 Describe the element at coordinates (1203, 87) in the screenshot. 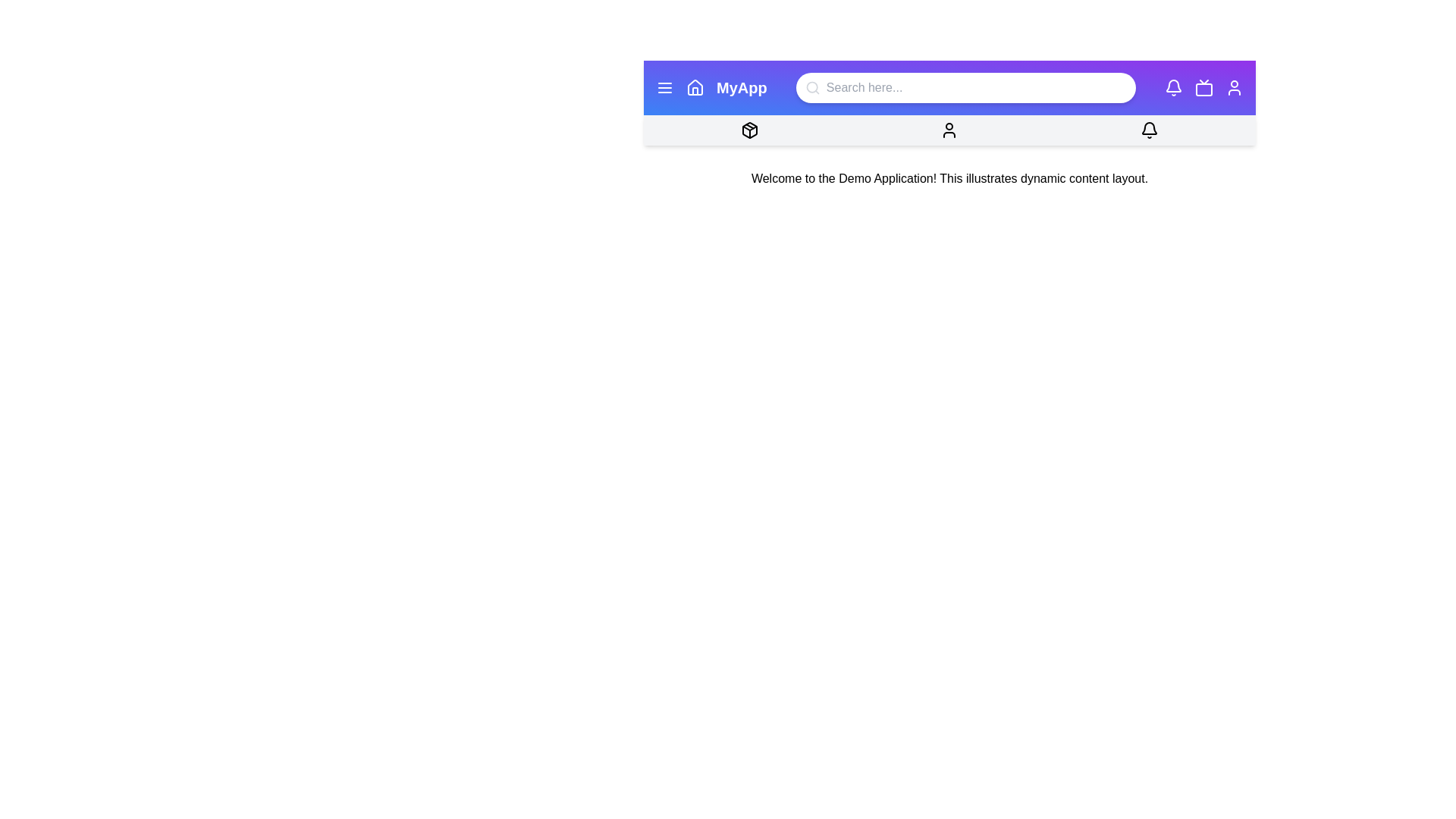

I see `the TV icon to initiate media-related actions` at that location.